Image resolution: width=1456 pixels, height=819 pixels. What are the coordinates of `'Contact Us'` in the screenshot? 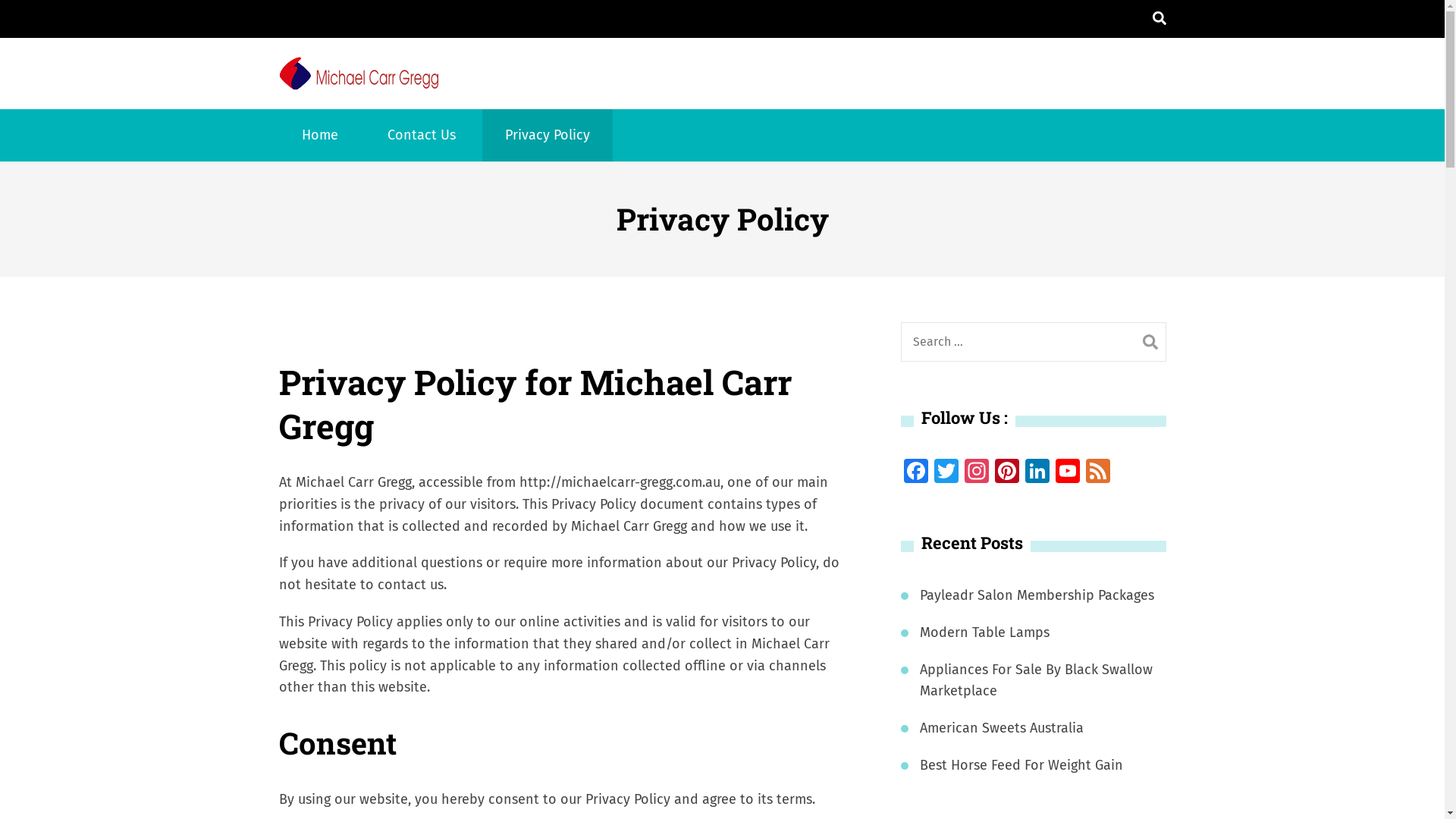 It's located at (421, 134).